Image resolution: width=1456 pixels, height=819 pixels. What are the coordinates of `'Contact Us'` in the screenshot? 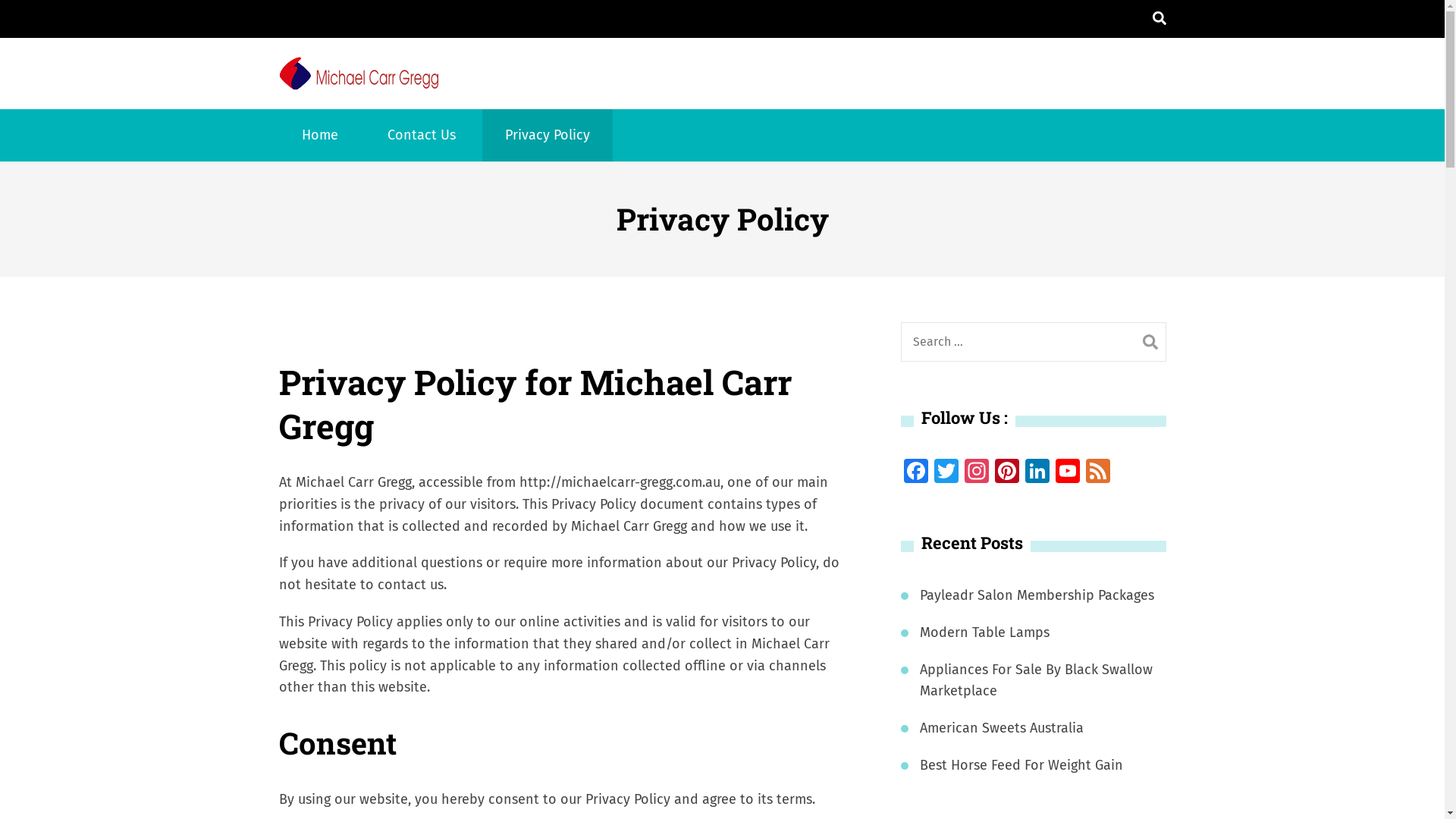 It's located at (421, 134).